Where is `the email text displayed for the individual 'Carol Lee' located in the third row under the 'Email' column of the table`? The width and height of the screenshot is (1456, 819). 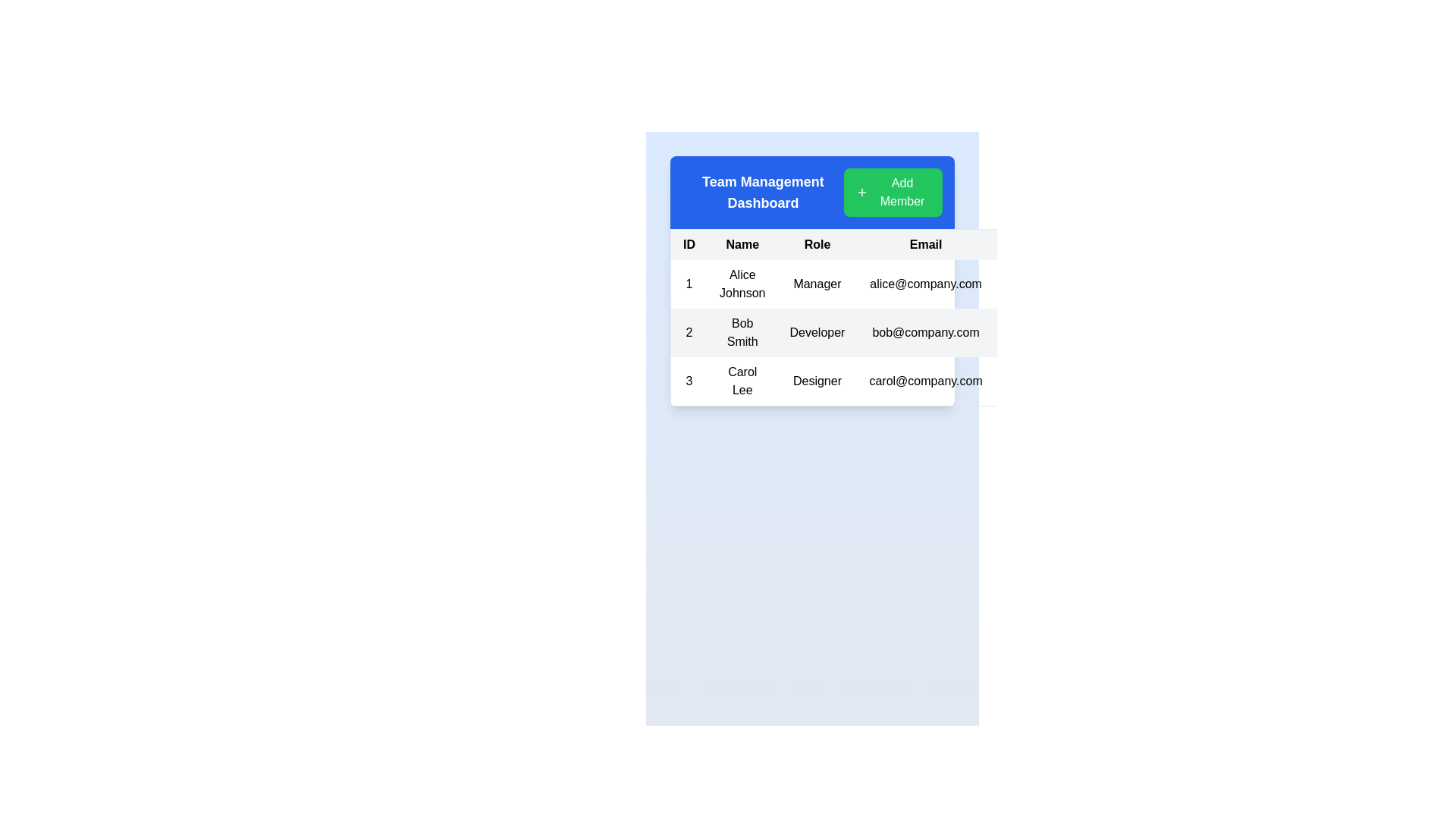
the email text displayed for the individual 'Carol Lee' located in the third row under the 'Email' column of the table is located at coordinates (925, 381).